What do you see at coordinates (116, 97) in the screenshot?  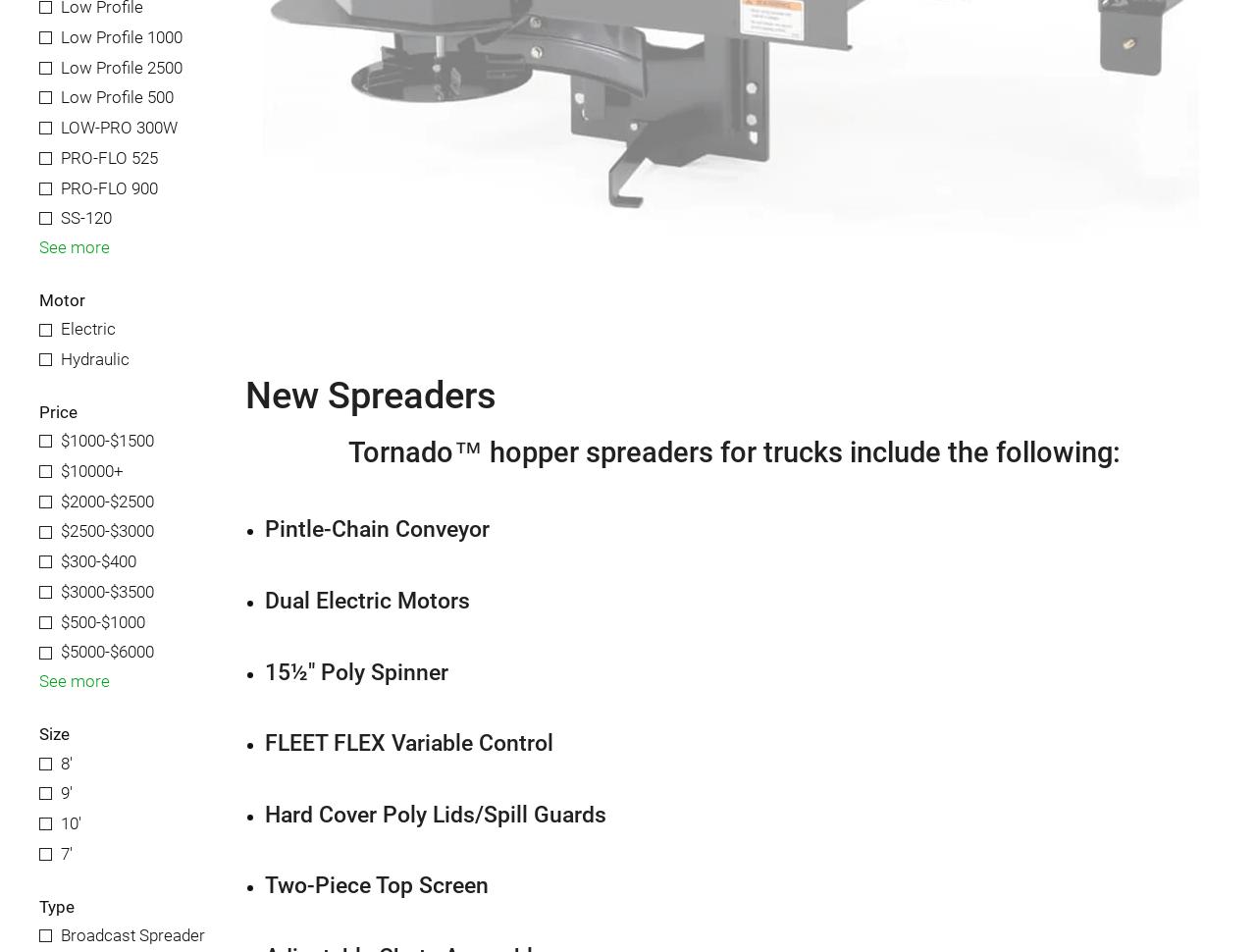 I see `'Low Profile 500'` at bounding box center [116, 97].